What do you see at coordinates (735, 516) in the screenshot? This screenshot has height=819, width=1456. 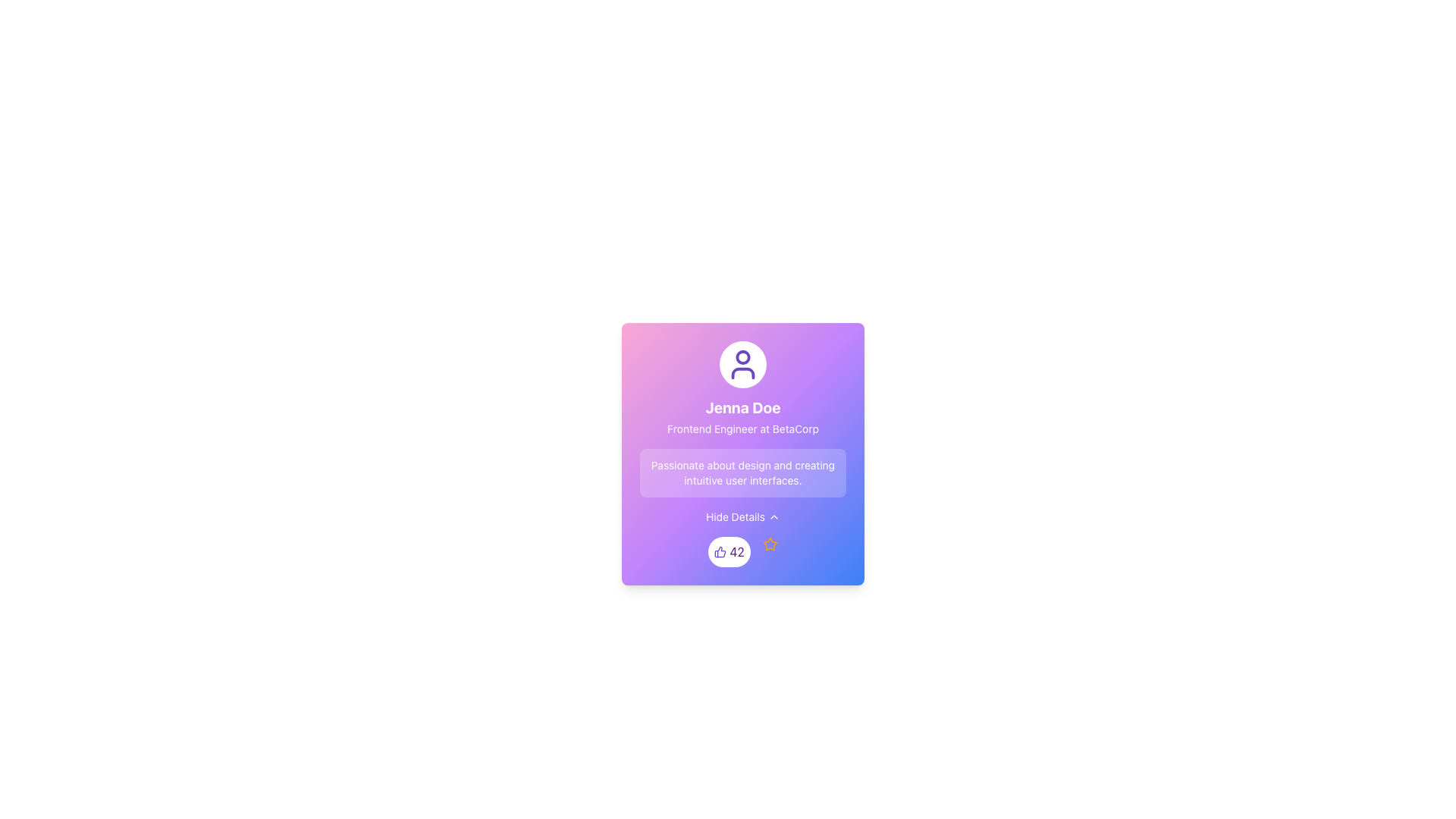 I see `the text label located at the lower-center of the card, which precedes an upward chevron icon` at bounding box center [735, 516].